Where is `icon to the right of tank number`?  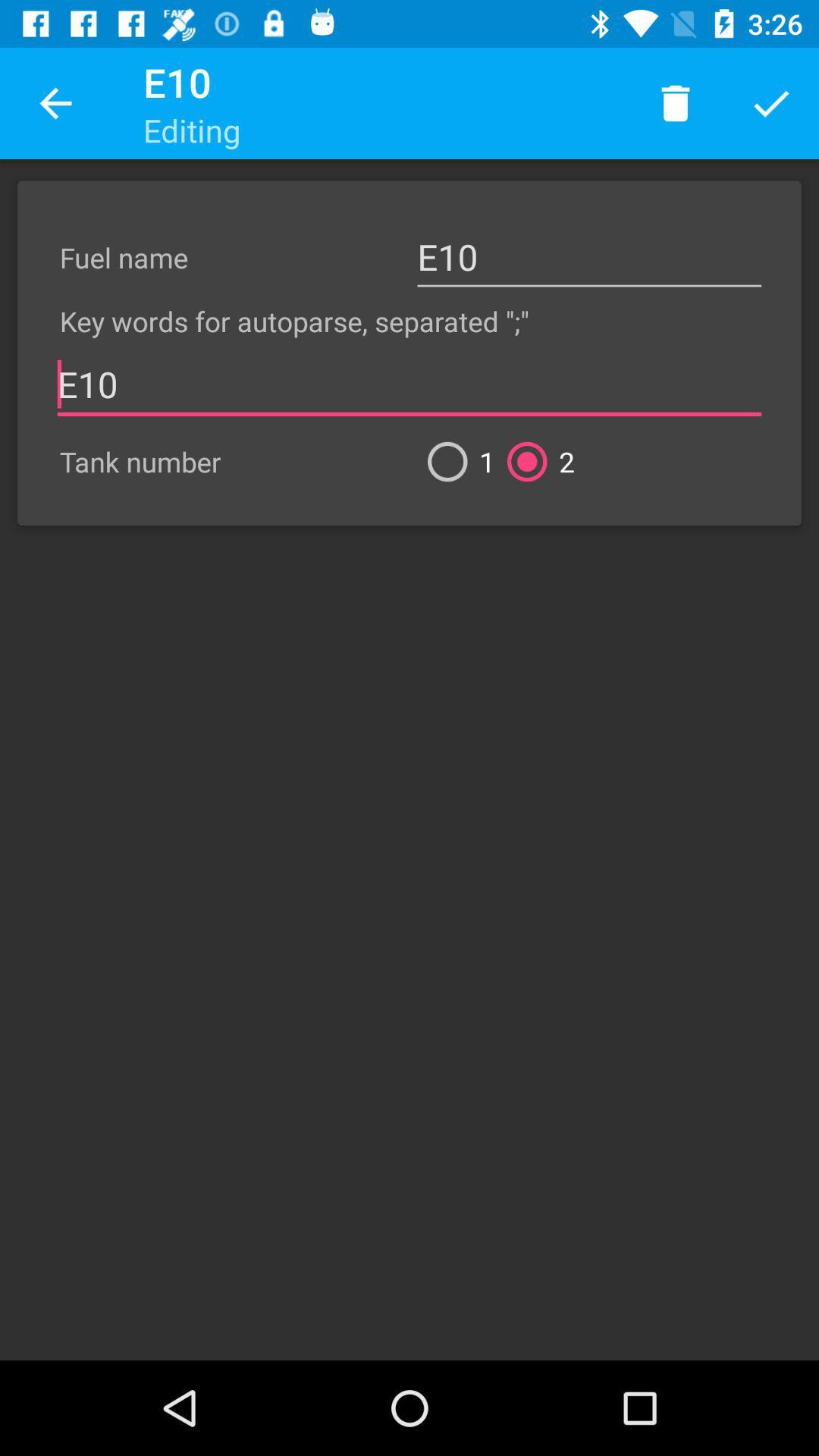
icon to the right of tank number is located at coordinates (454, 461).